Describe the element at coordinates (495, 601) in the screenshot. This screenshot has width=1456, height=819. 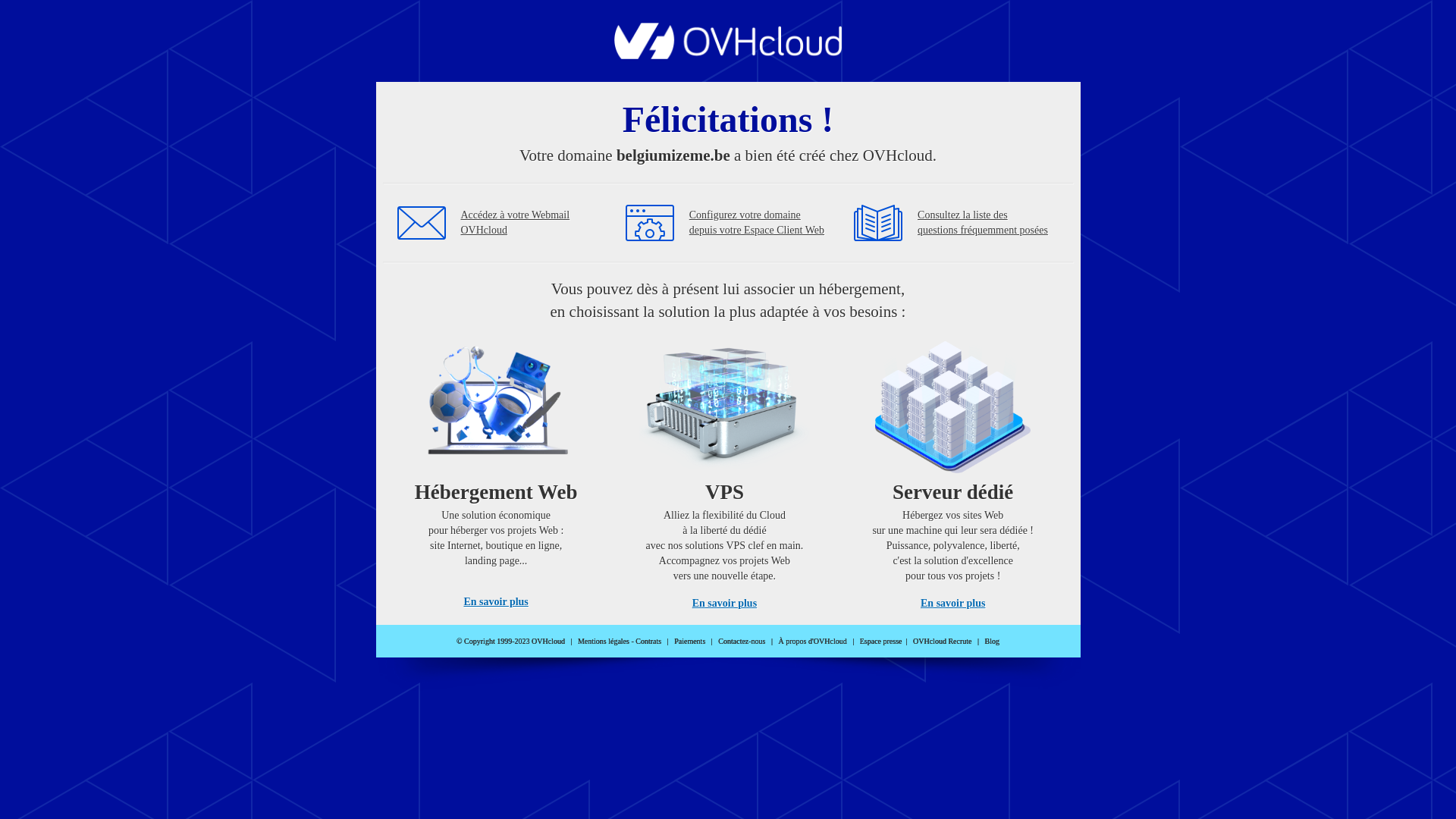
I see `'En savoir plus'` at that location.